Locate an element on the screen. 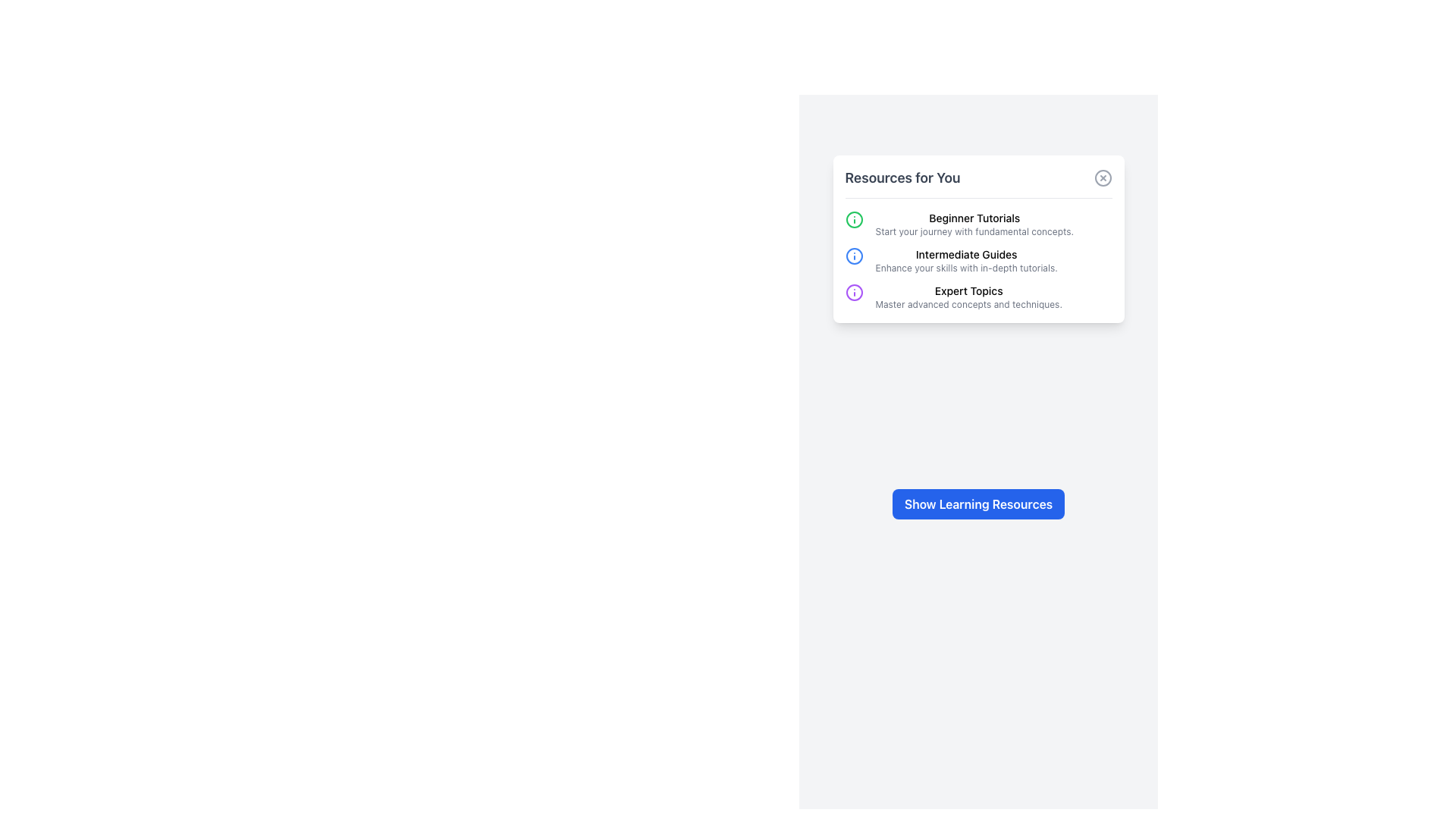  the text block titled 'Intermediate Guides' which contains the description 'Enhance your skills with in-depth tutorials.' is located at coordinates (965, 259).